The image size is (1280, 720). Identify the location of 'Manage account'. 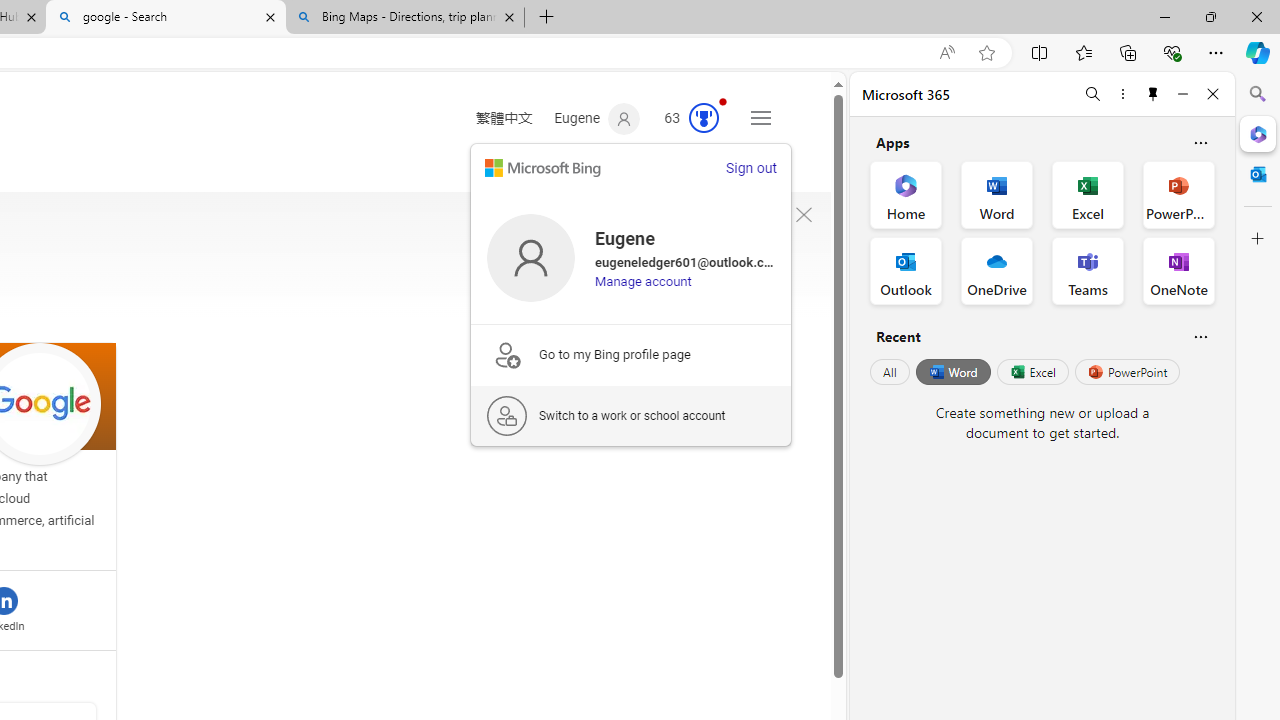
(643, 281).